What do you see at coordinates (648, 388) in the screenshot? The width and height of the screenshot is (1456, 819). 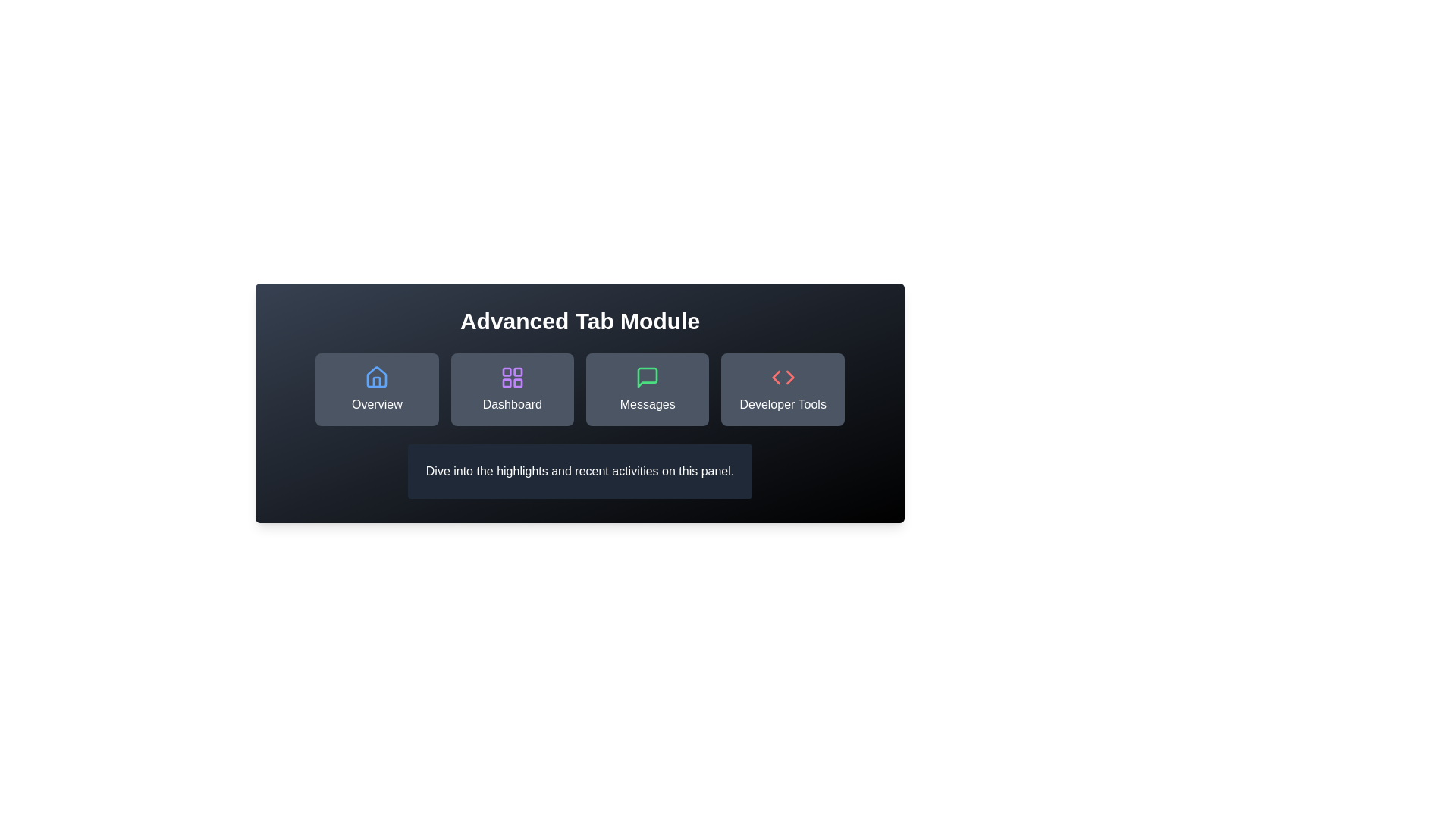 I see `the button labeled Messages` at bounding box center [648, 388].